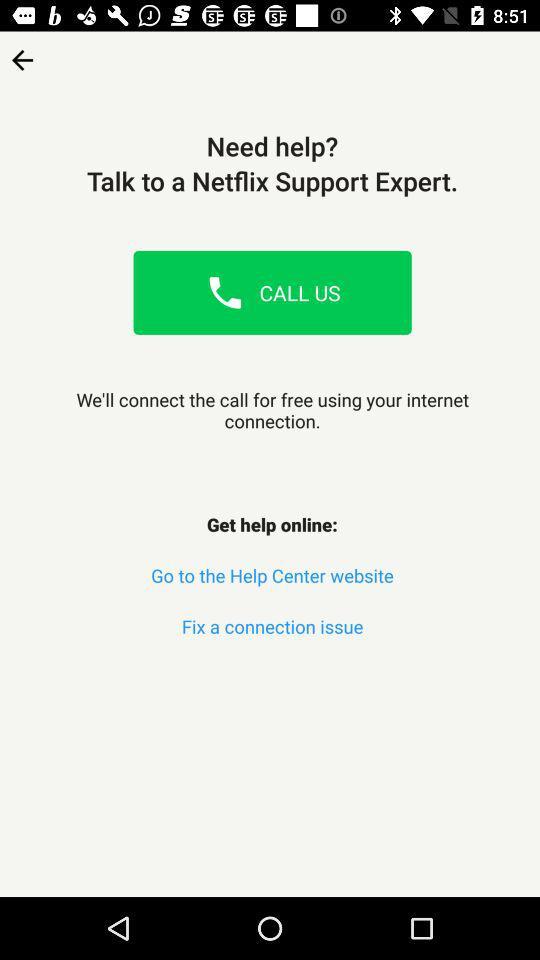  What do you see at coordinates (224, 291) in the screenshot?
I see `icon next to the call us icon` at bounding box center [224, 291].